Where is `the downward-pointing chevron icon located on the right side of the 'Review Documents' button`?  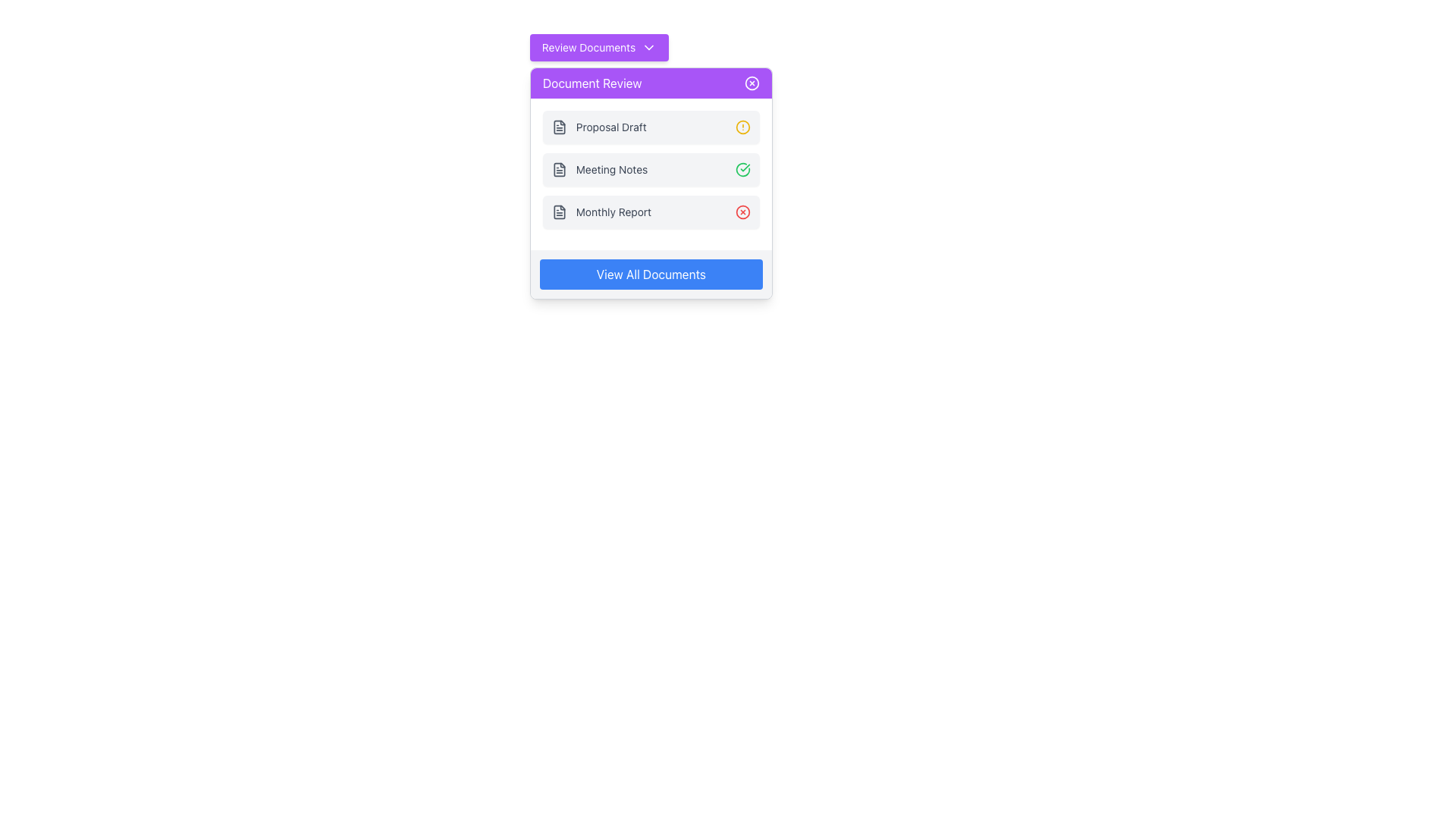
the downward-pointing chevron icon located on the right side of the 'Review Documents' button is located at coordinates (649, 46).